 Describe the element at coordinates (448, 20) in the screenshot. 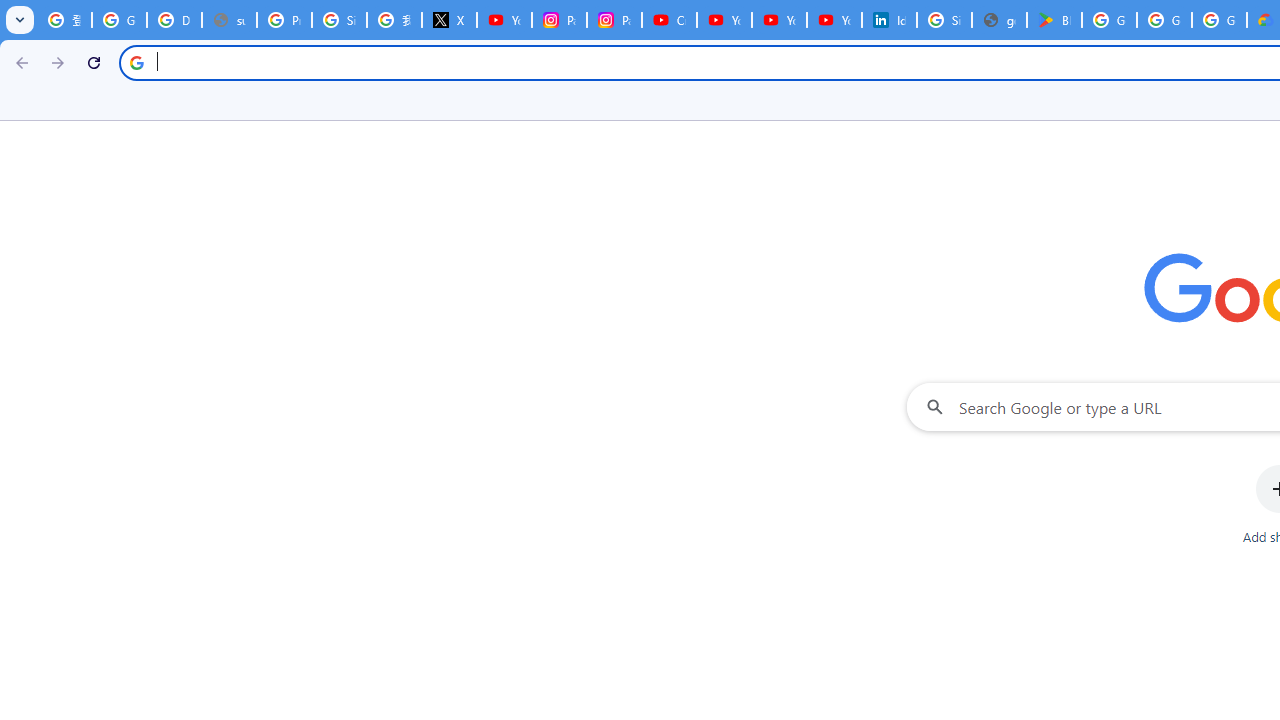

I see `'X'` at that location.